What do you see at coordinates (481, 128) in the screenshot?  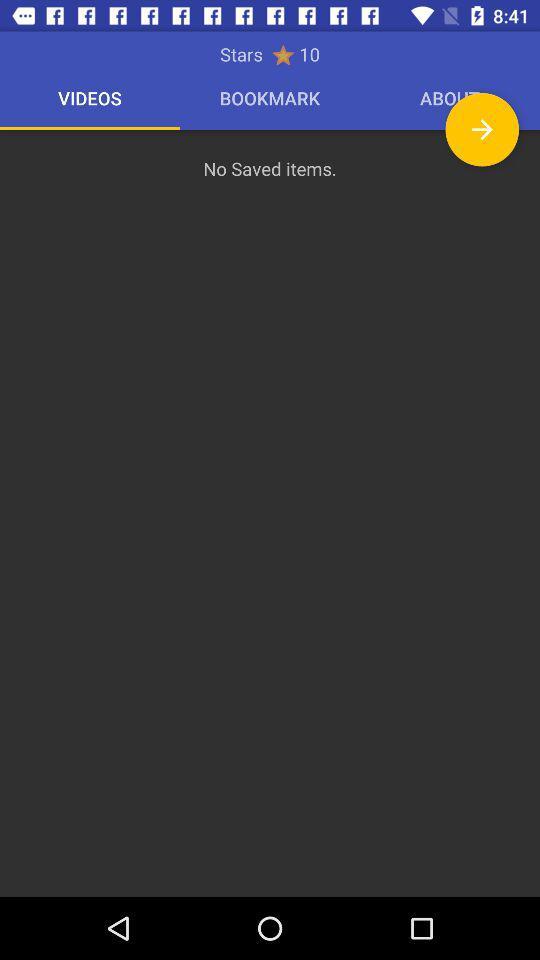 I see `item to the right of the bookmark item` at bounding box center [481, 128].